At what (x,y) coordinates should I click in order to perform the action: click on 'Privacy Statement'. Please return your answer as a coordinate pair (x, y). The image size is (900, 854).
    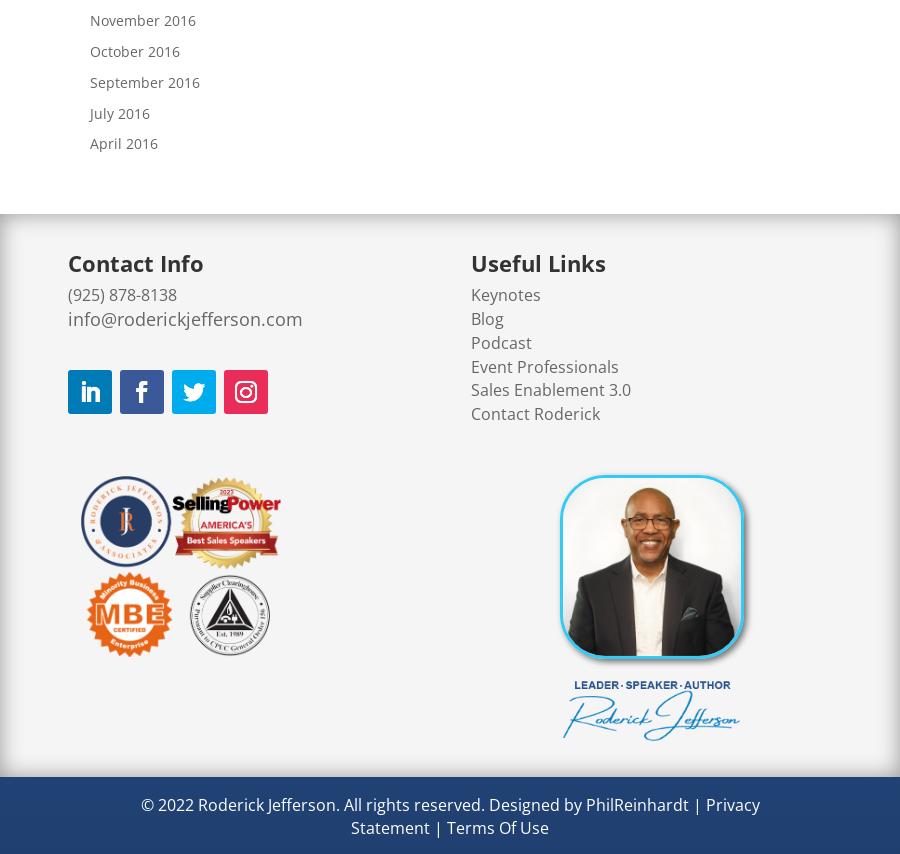
    Looking at the image, I should click on (554, 814).